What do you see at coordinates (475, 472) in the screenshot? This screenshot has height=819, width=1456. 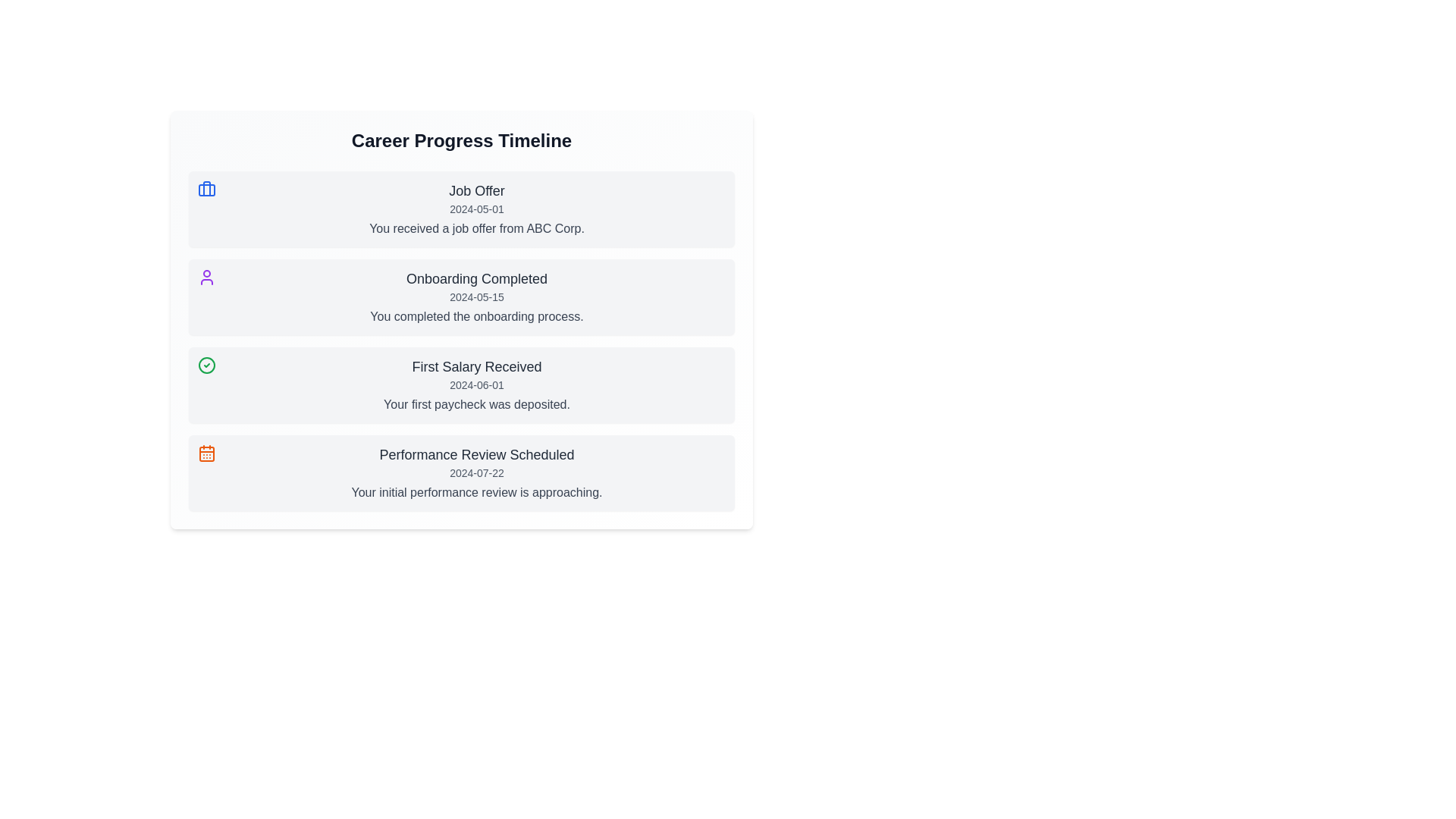 I see `informational block titled 'Performance Review Scheduled', which contains the date '2024-07-22' and the descriptive text 'Your initial performance review is approaching.'` at bounding box center [475, 472].